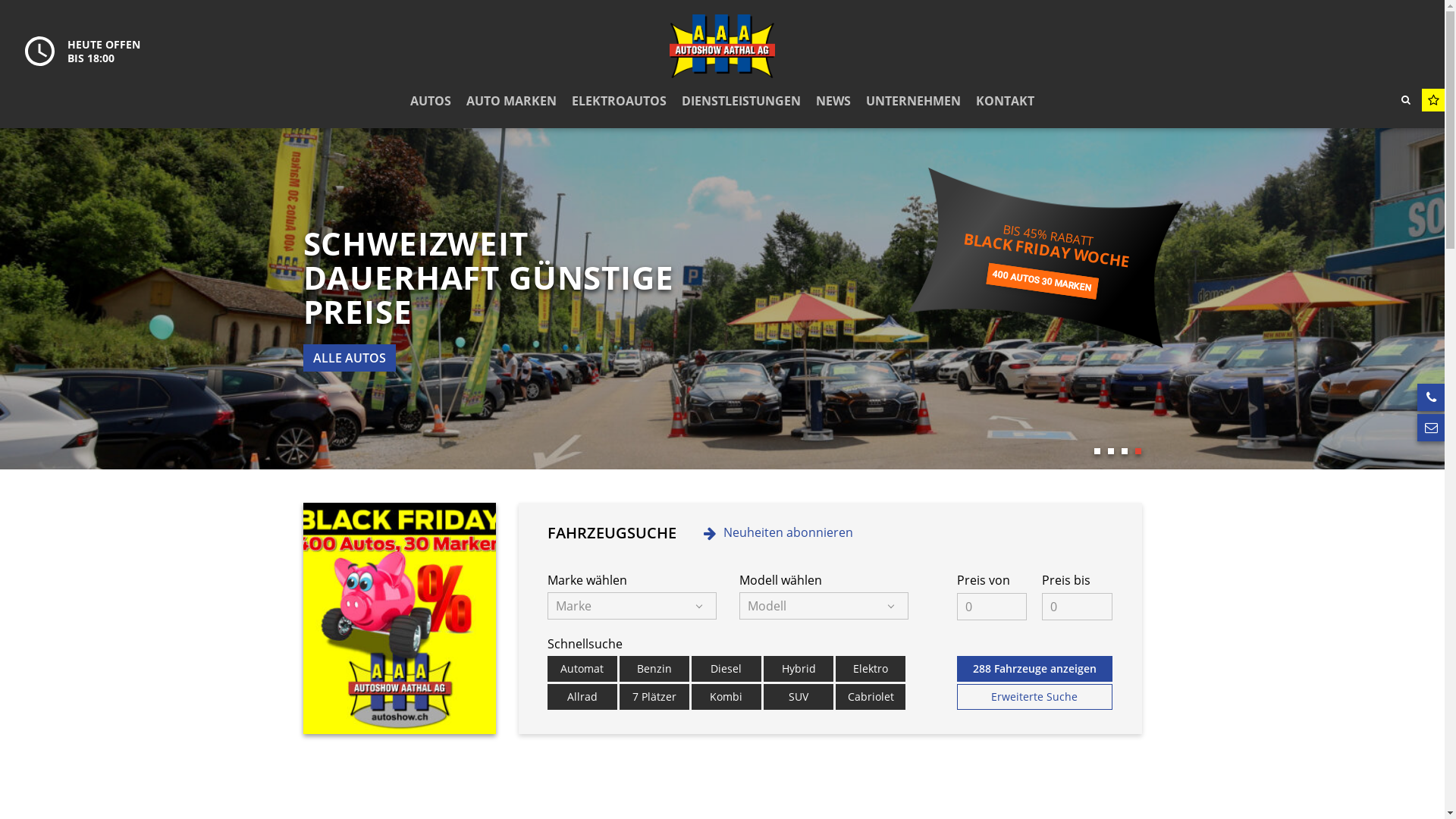 The width and height of the screenshot is (1456, 819). Describe the element at coordinates (511, 101) in the screenshot. I see `'AUTO MARKEN'` at that location.